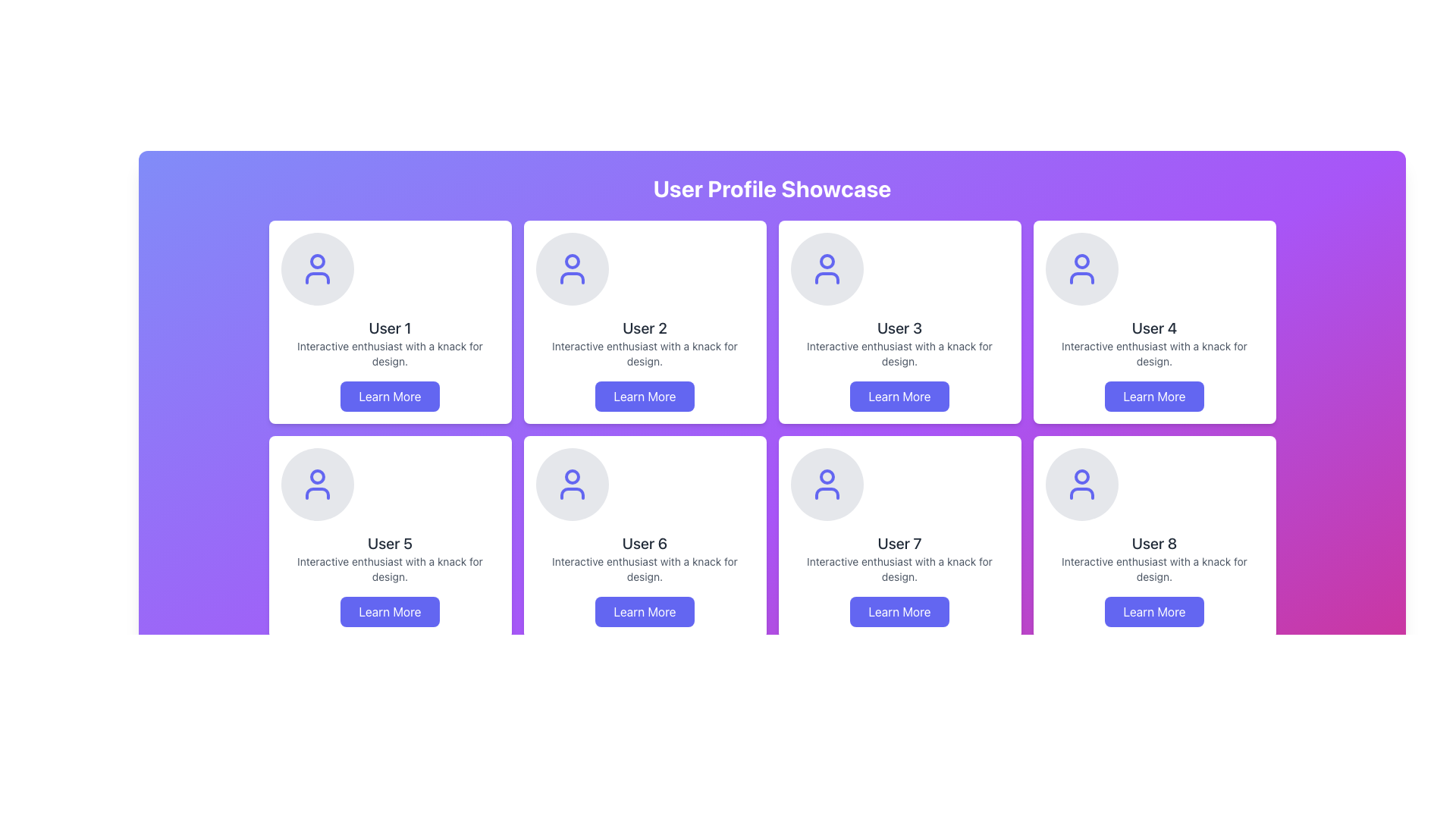  I want to click on the circular decorative icon containing an avatar symbol located in the card labeled 'User 5', which is centrally positioned above the text 'User 5', so click(316, 485).